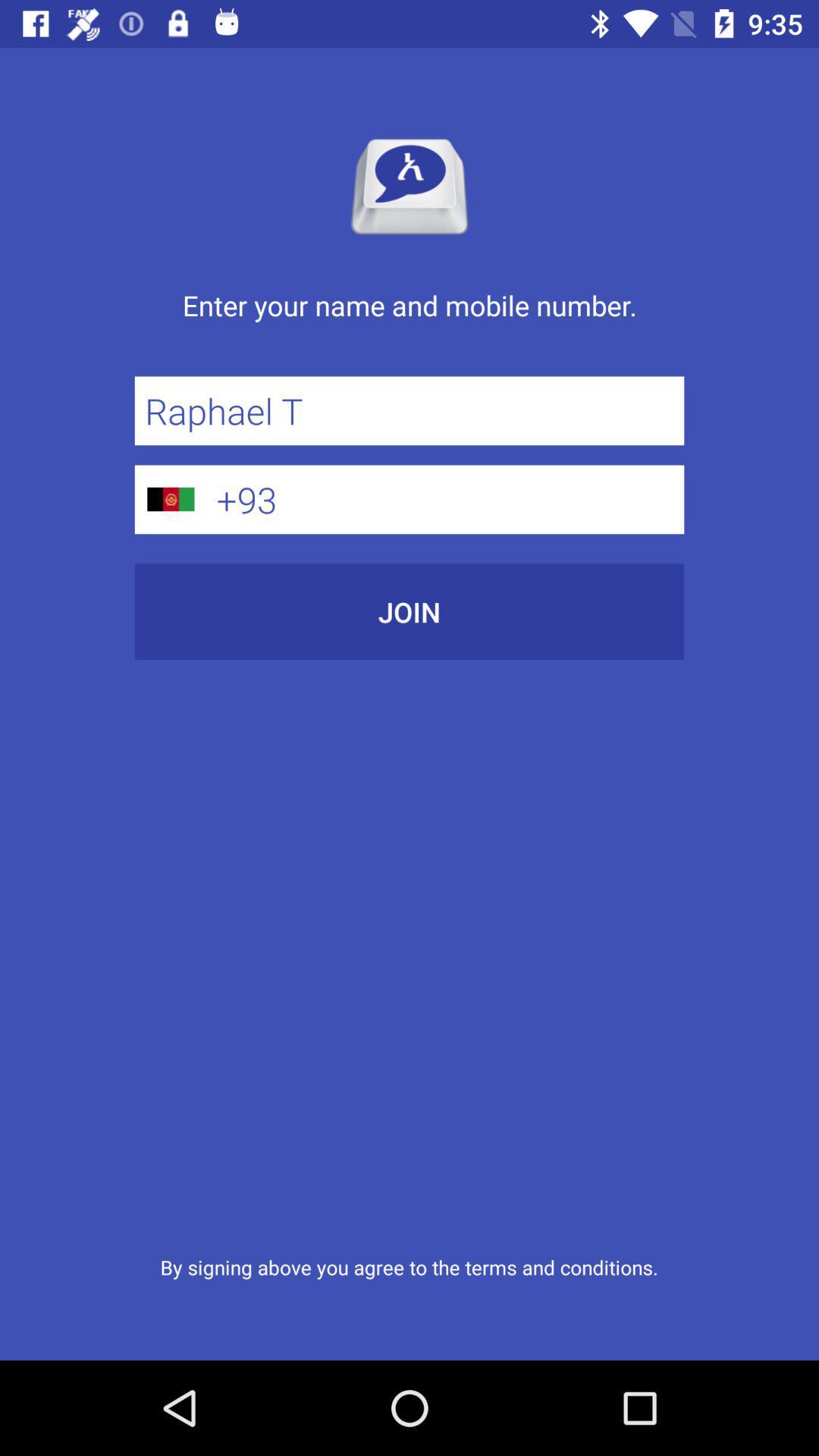 This screenshot has width=819, height=1456. I want to click on the by signing above icon, so click(408, 1267).